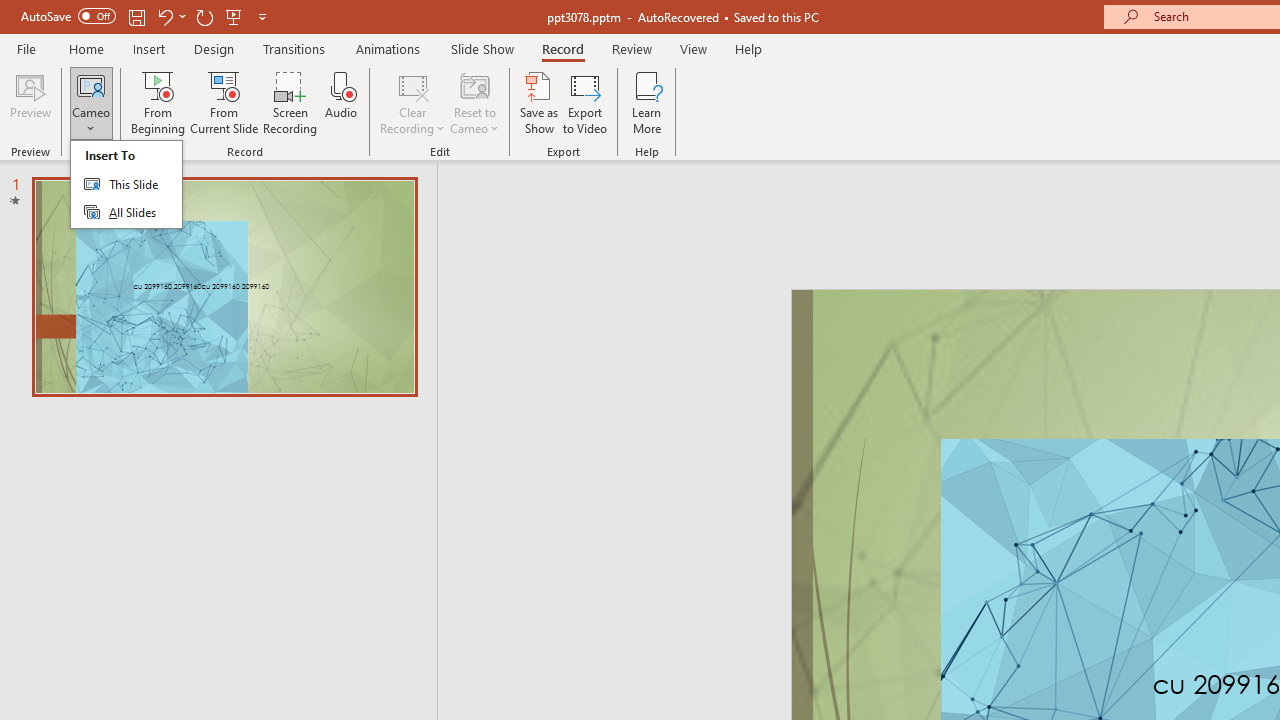  What do you see at coordinates (157, 103) in the screenshot?
I see `'From Beginning...'` at bounding box center [157, 103].